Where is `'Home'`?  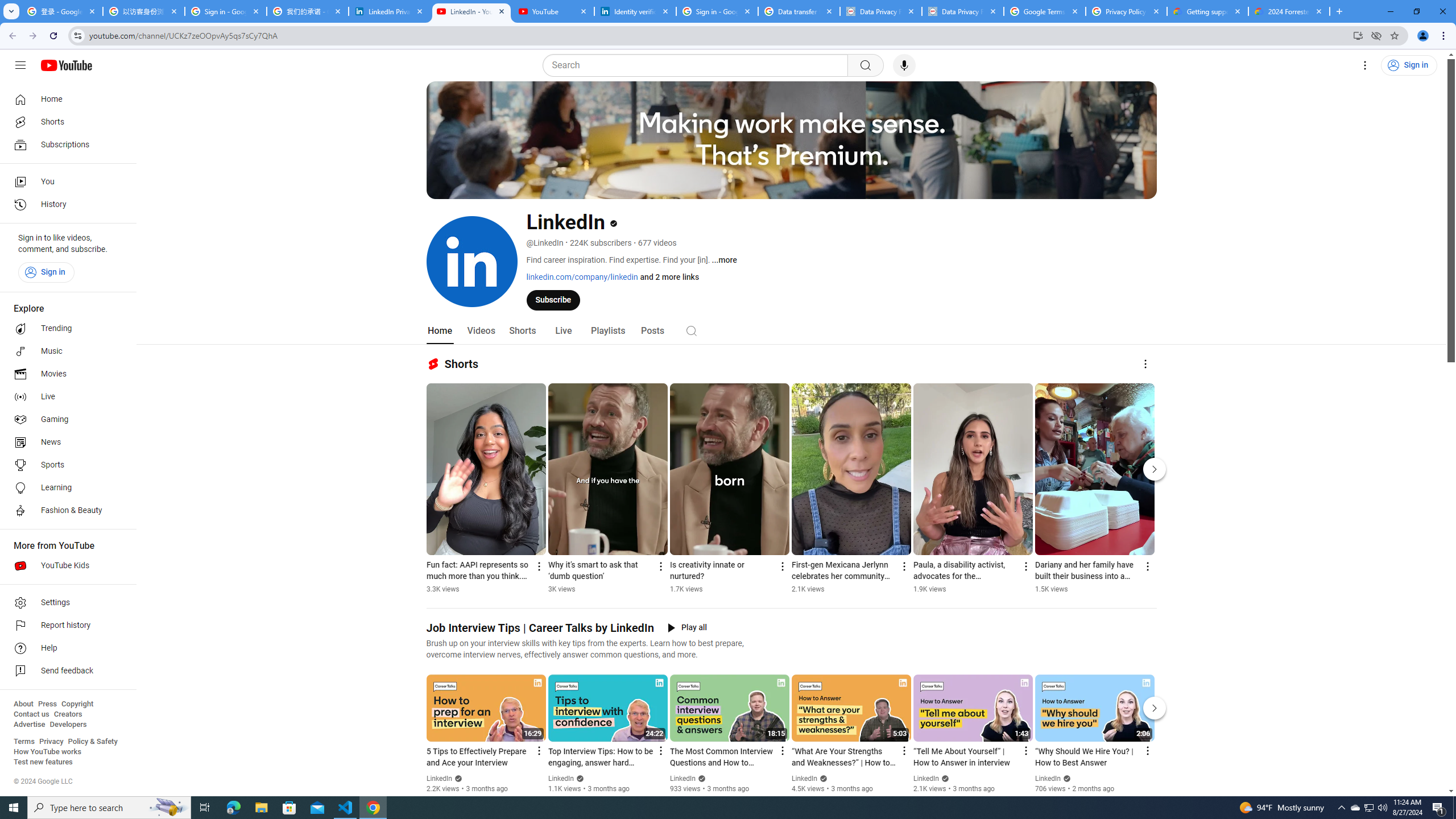 'Home' is located at coordinates (64, 98).